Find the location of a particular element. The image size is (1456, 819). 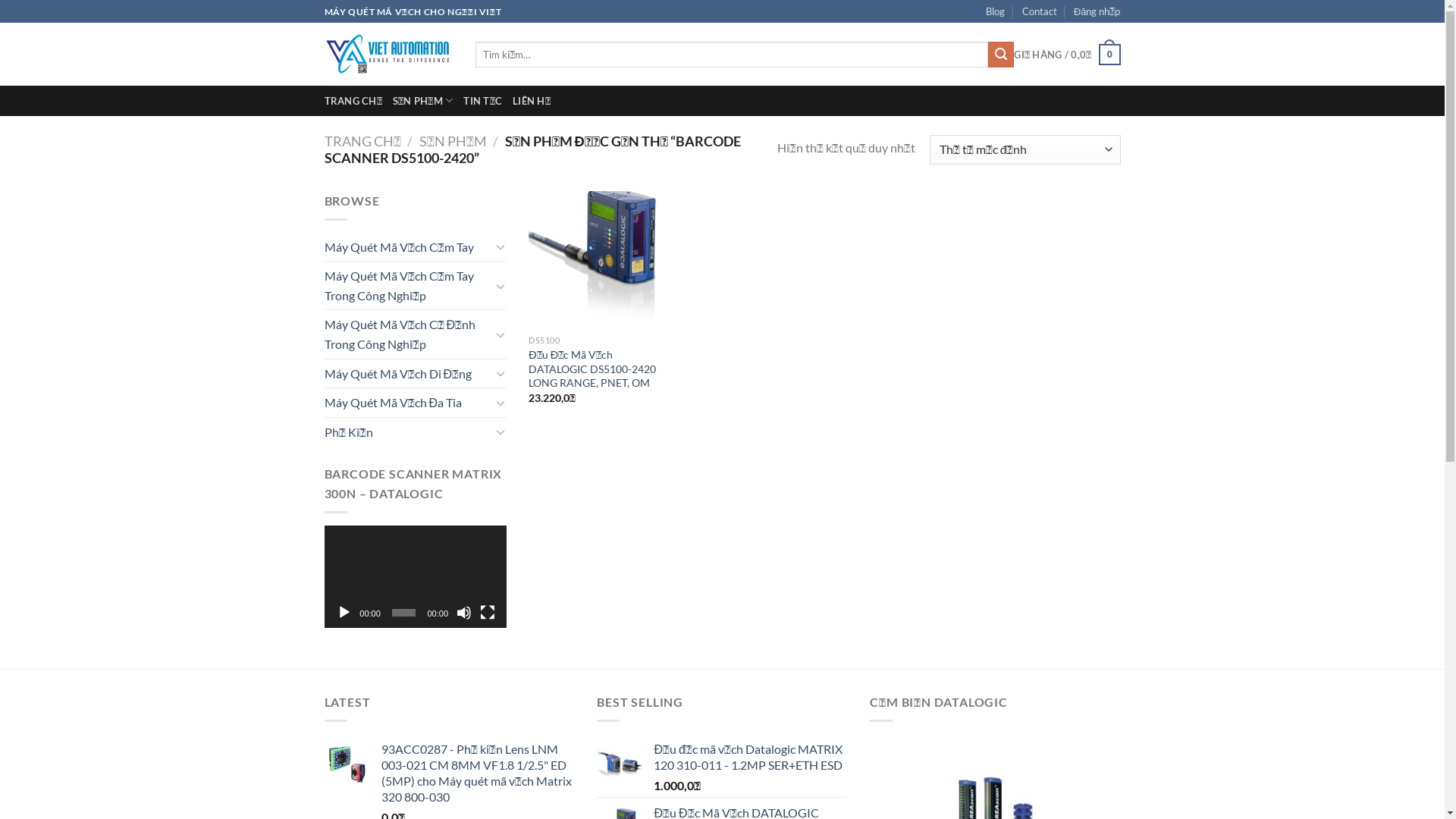

'Blog' is located at coordinates (986, 11).